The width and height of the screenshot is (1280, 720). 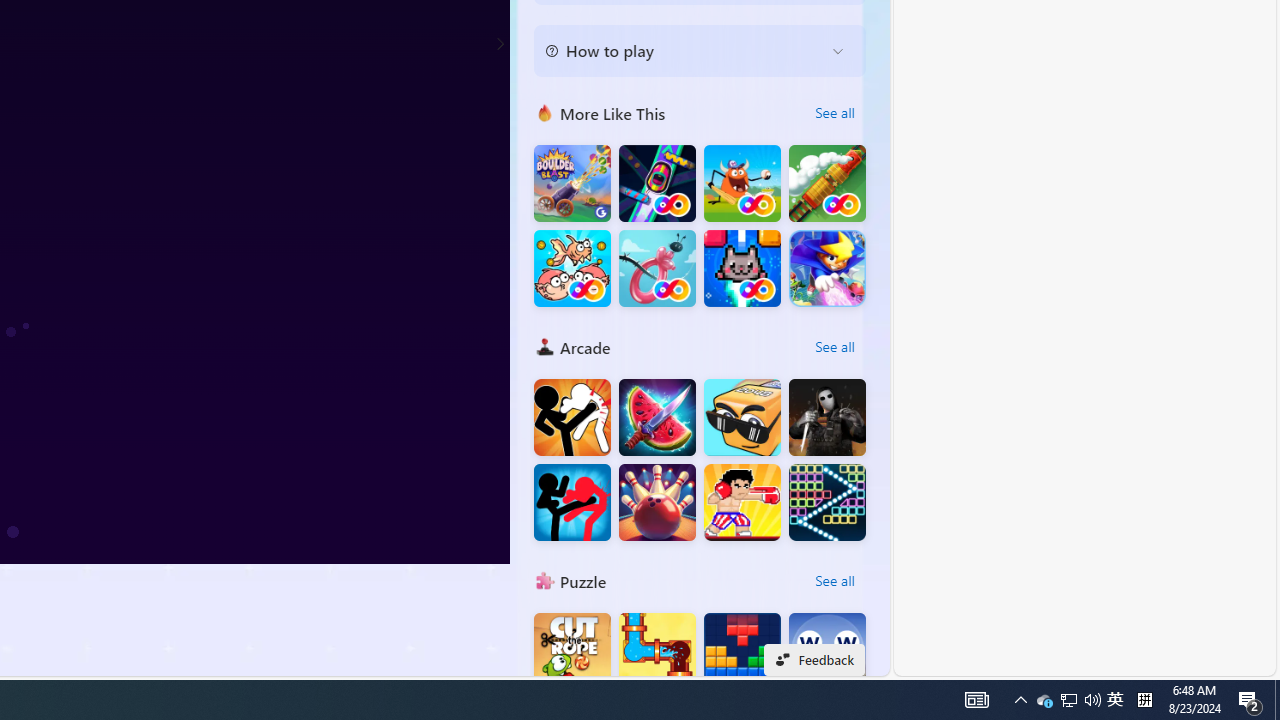 I want to click on 'Fruit Chopper', so click(x=657, y=416).